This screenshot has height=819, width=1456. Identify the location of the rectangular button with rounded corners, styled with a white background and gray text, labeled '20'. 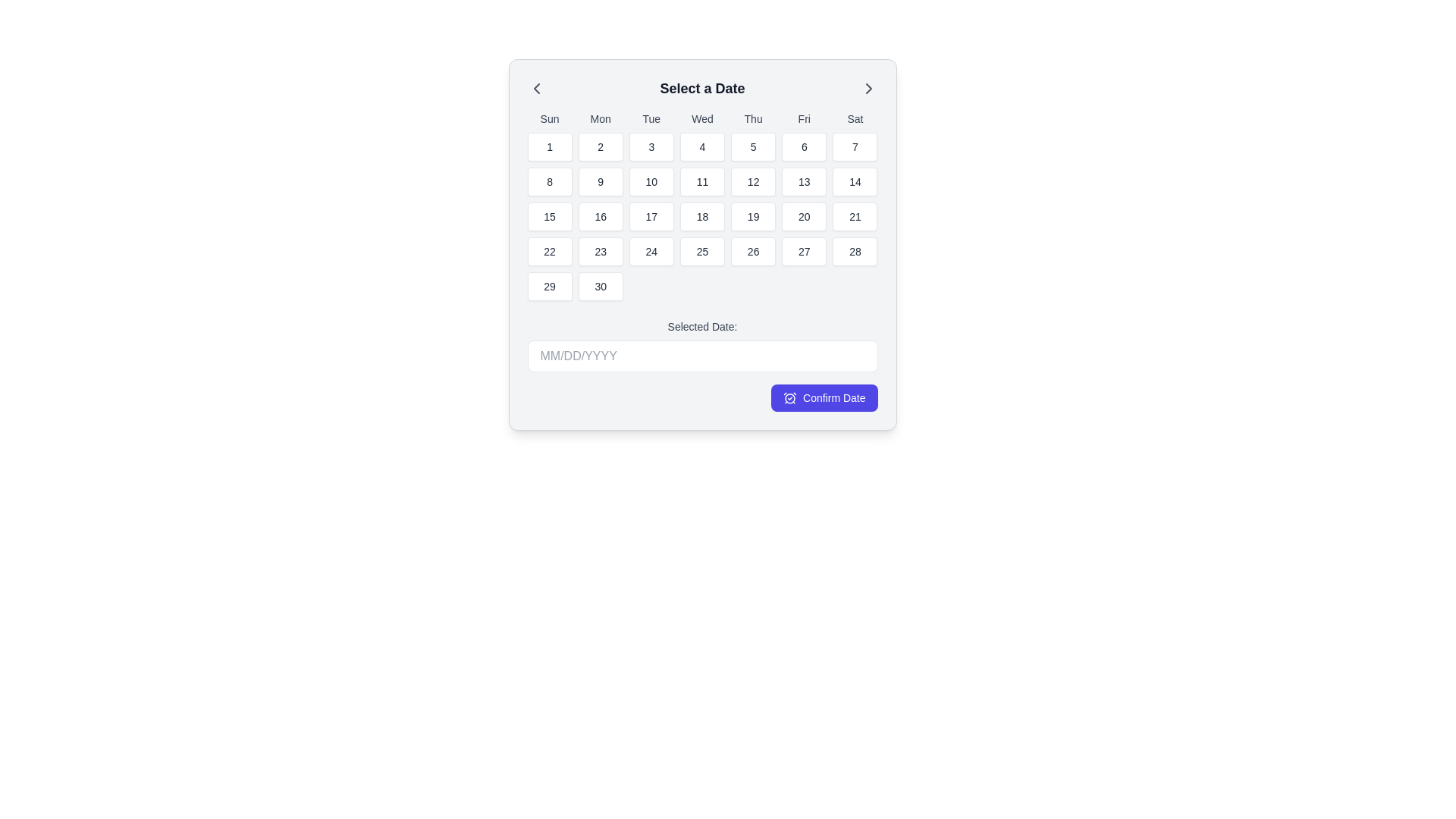
(803, 216).